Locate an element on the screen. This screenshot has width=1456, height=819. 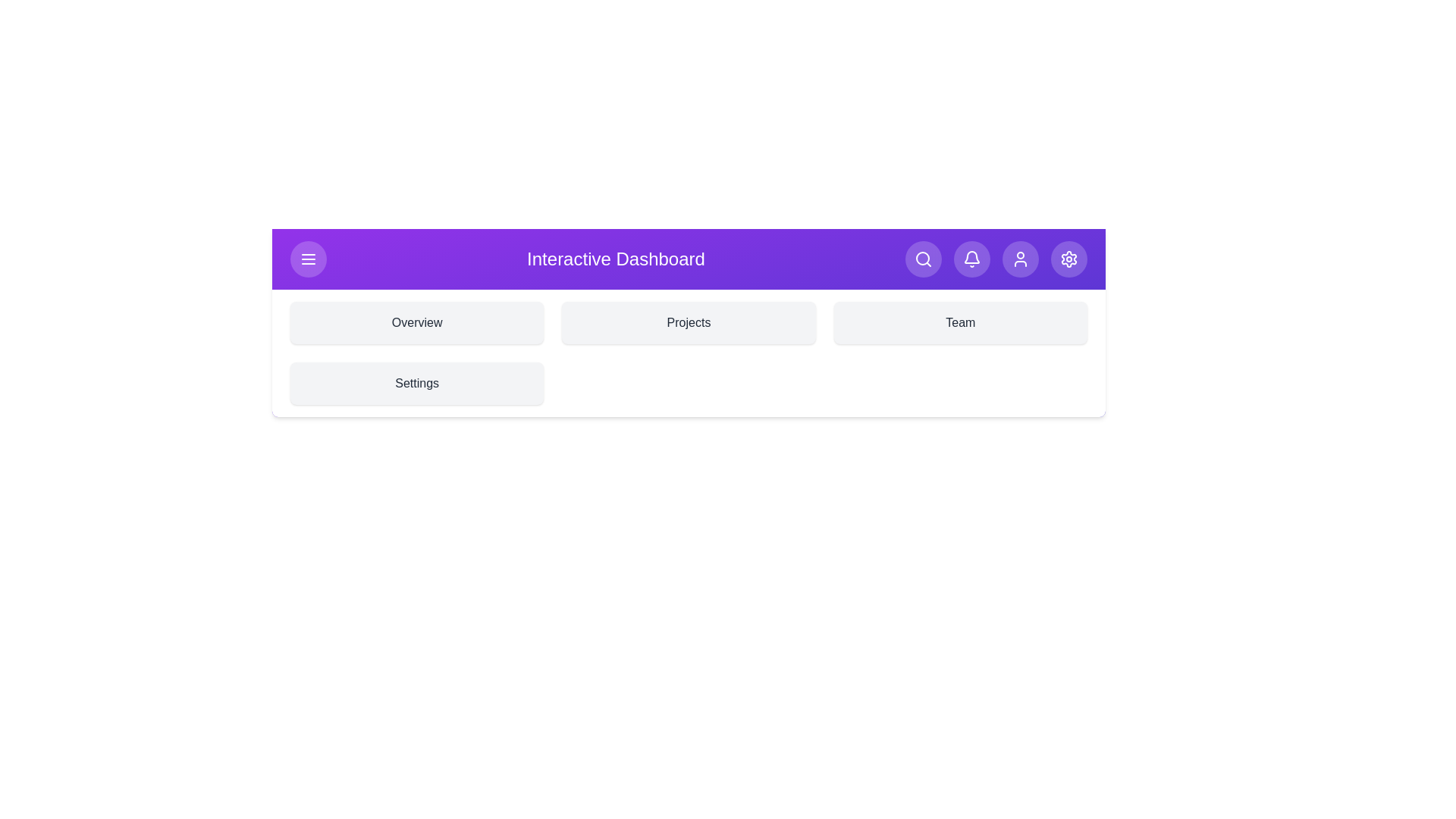
the menu button to toggle the visibility of the menu is located at coordinates (308, 259).